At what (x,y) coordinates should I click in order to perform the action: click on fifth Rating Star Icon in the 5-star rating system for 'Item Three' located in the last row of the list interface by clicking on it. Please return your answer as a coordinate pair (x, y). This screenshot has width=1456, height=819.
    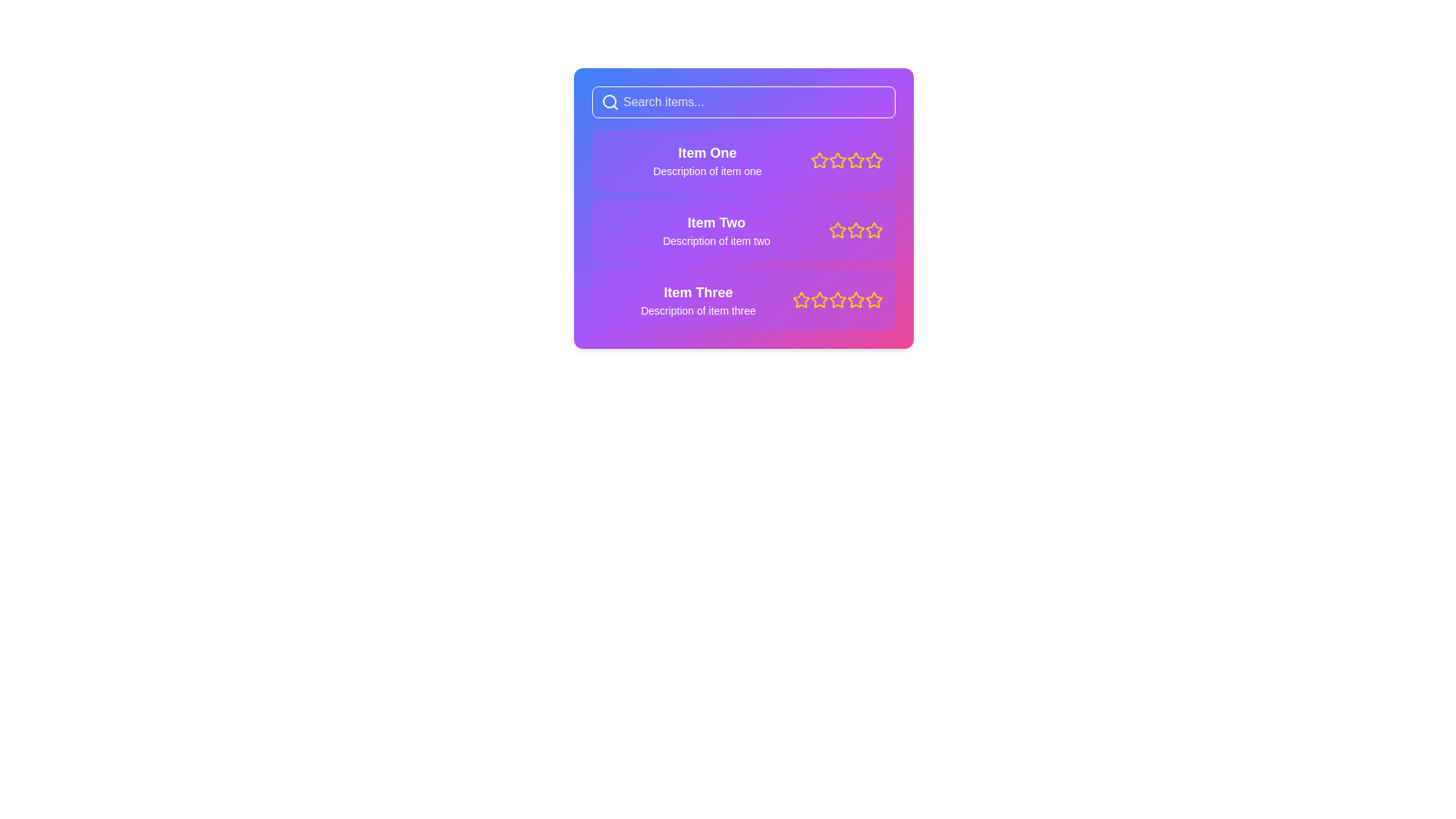
    Looking at the image, I should click on (855, 299).